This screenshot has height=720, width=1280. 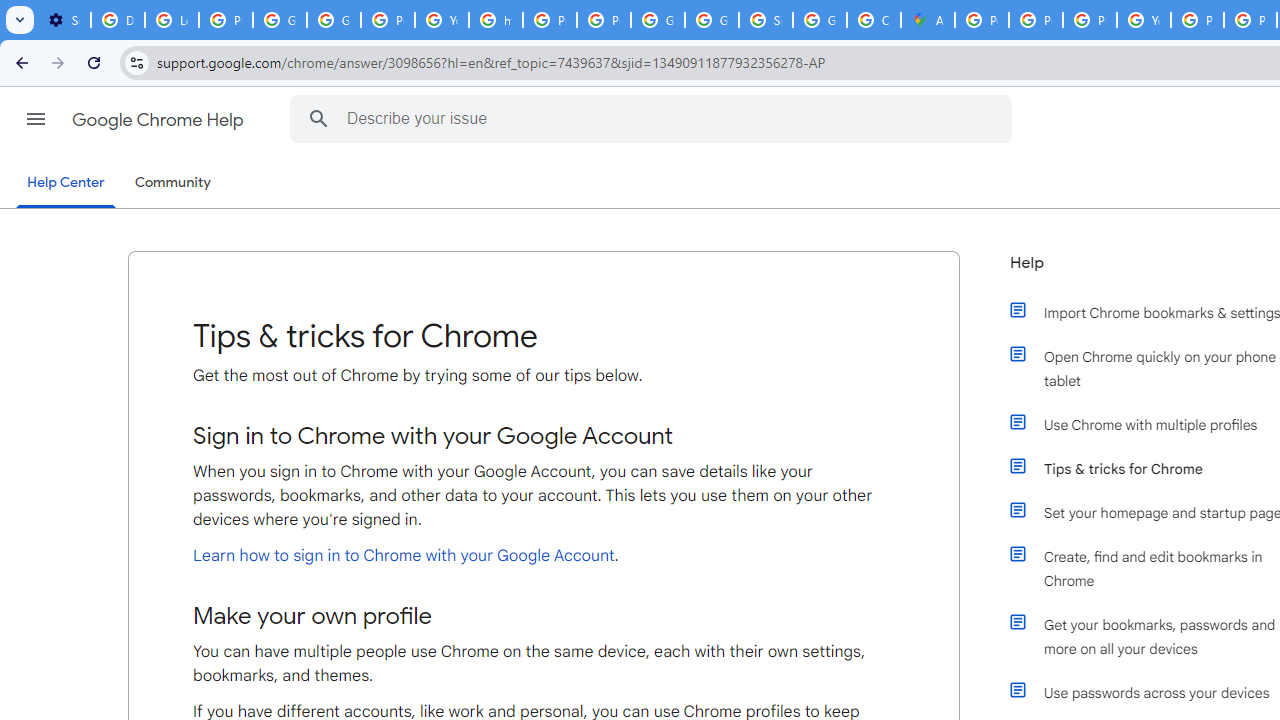 I want to click on 'Privacy Help Center - Policies Help', so click(x=1036, y=20).